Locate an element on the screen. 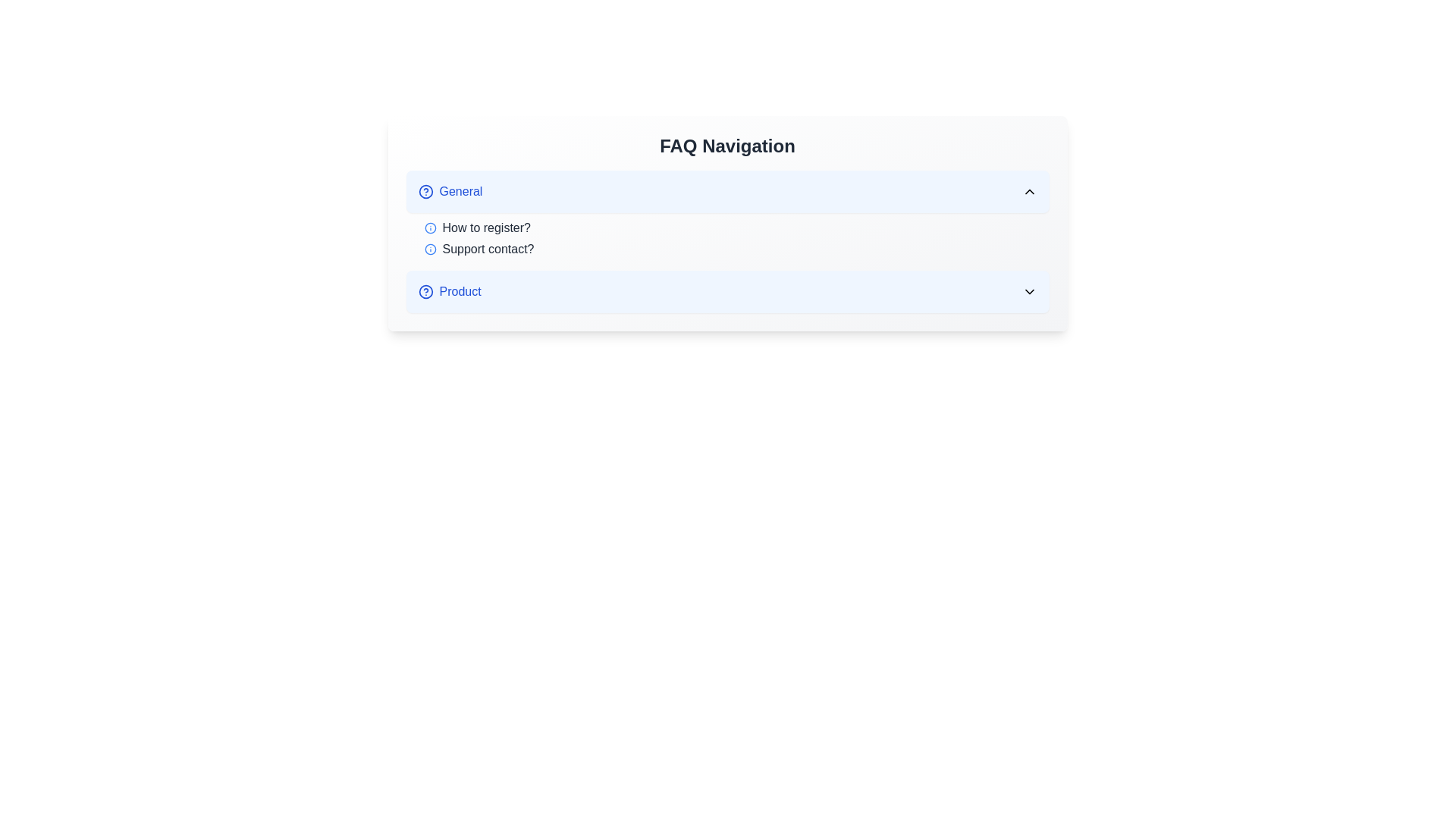 This screenshot has height=819, width=1456. the visual indicator icon located to the left of the 'Product' section in the FAQ navigation list is located at coordinates (425, 292).